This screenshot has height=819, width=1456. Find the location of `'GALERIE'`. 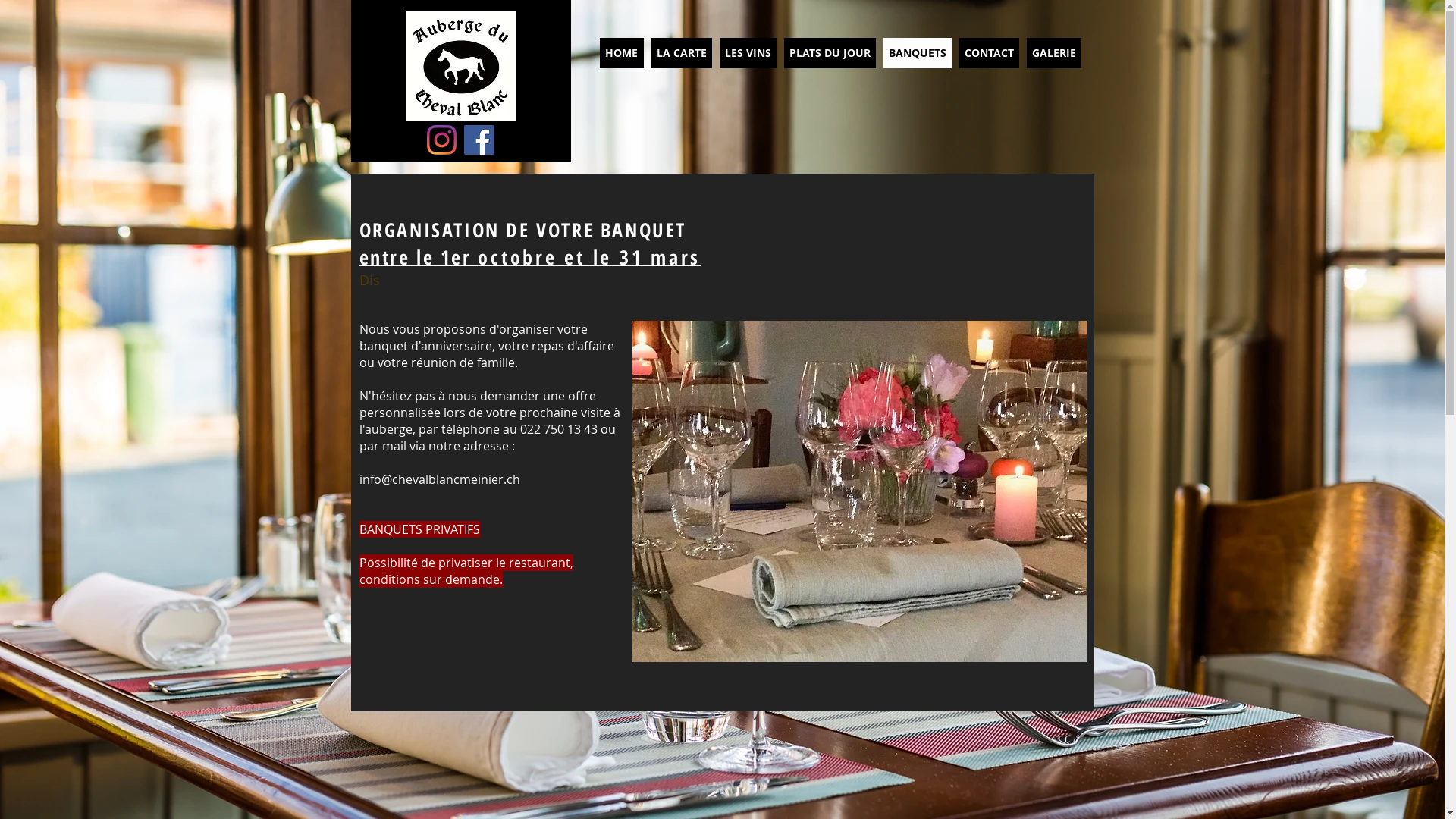

'GALERIE' is located at coordinates (1053, 52).